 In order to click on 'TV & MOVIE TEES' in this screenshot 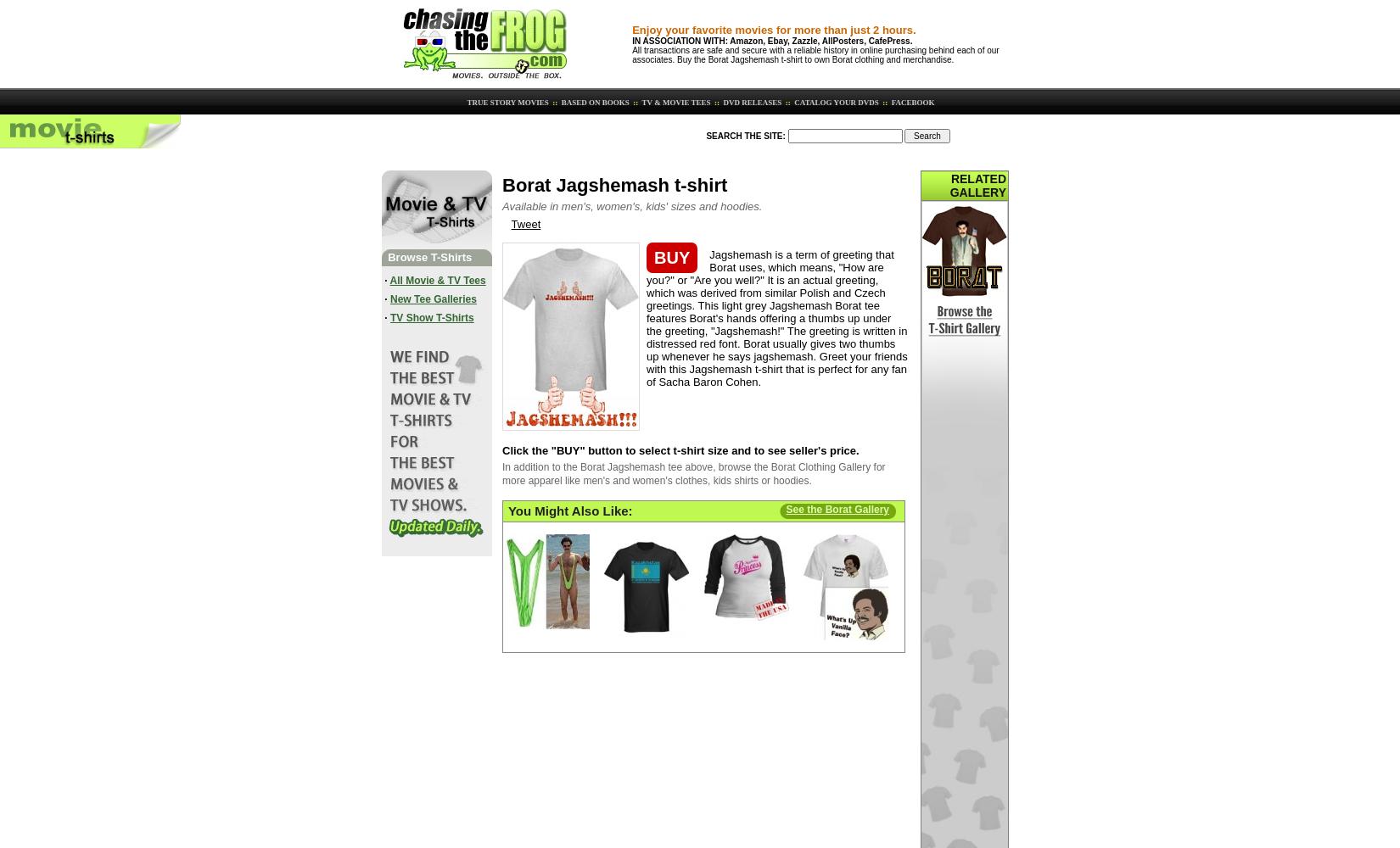, I will do `click(674, 101)`.